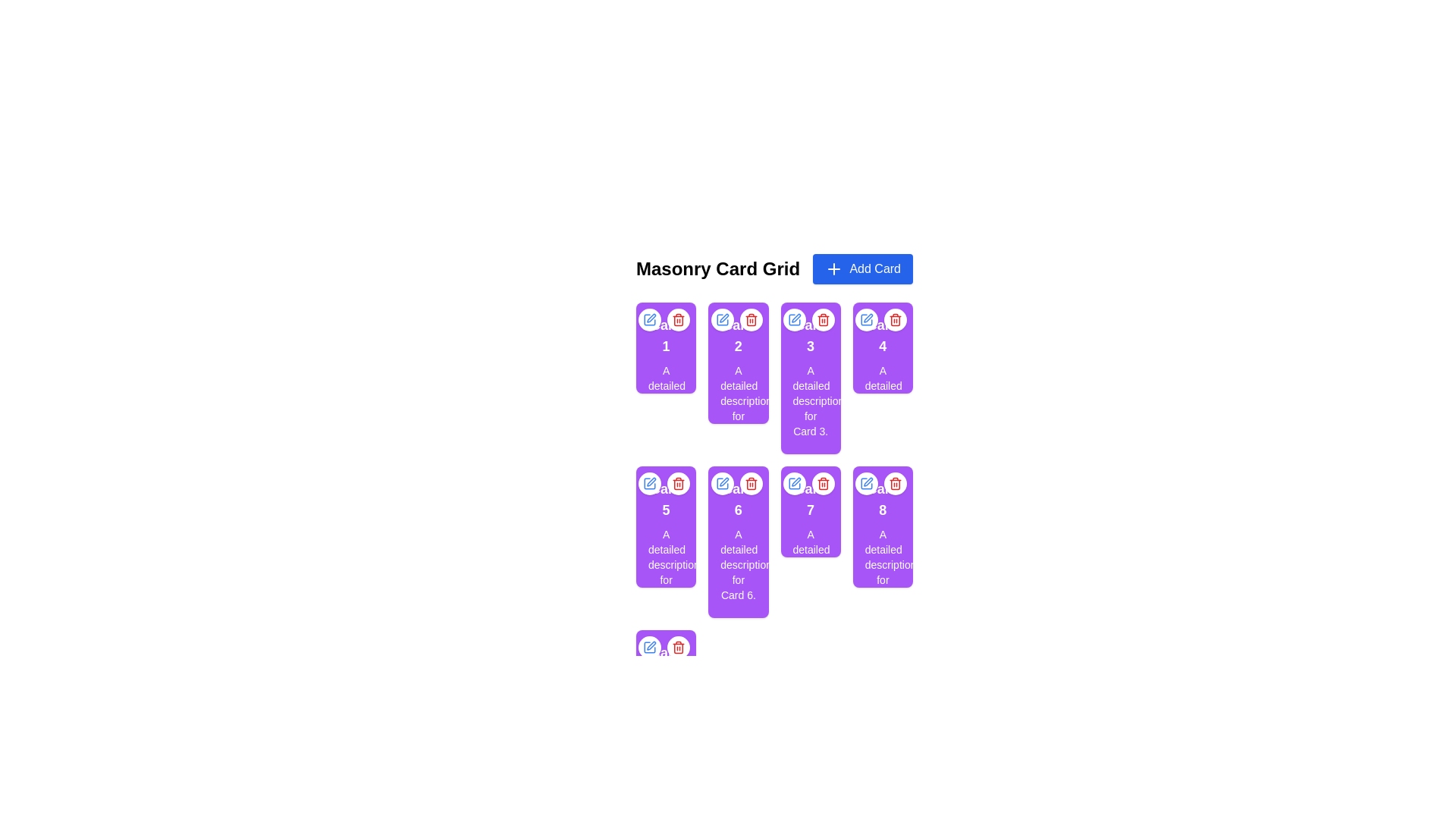  Describe the element at coordinates (866, 483) in the screenshot. I see `the circular button with a white background and blue pen icon in the top-right corner of the card labeled '8'` at that location.